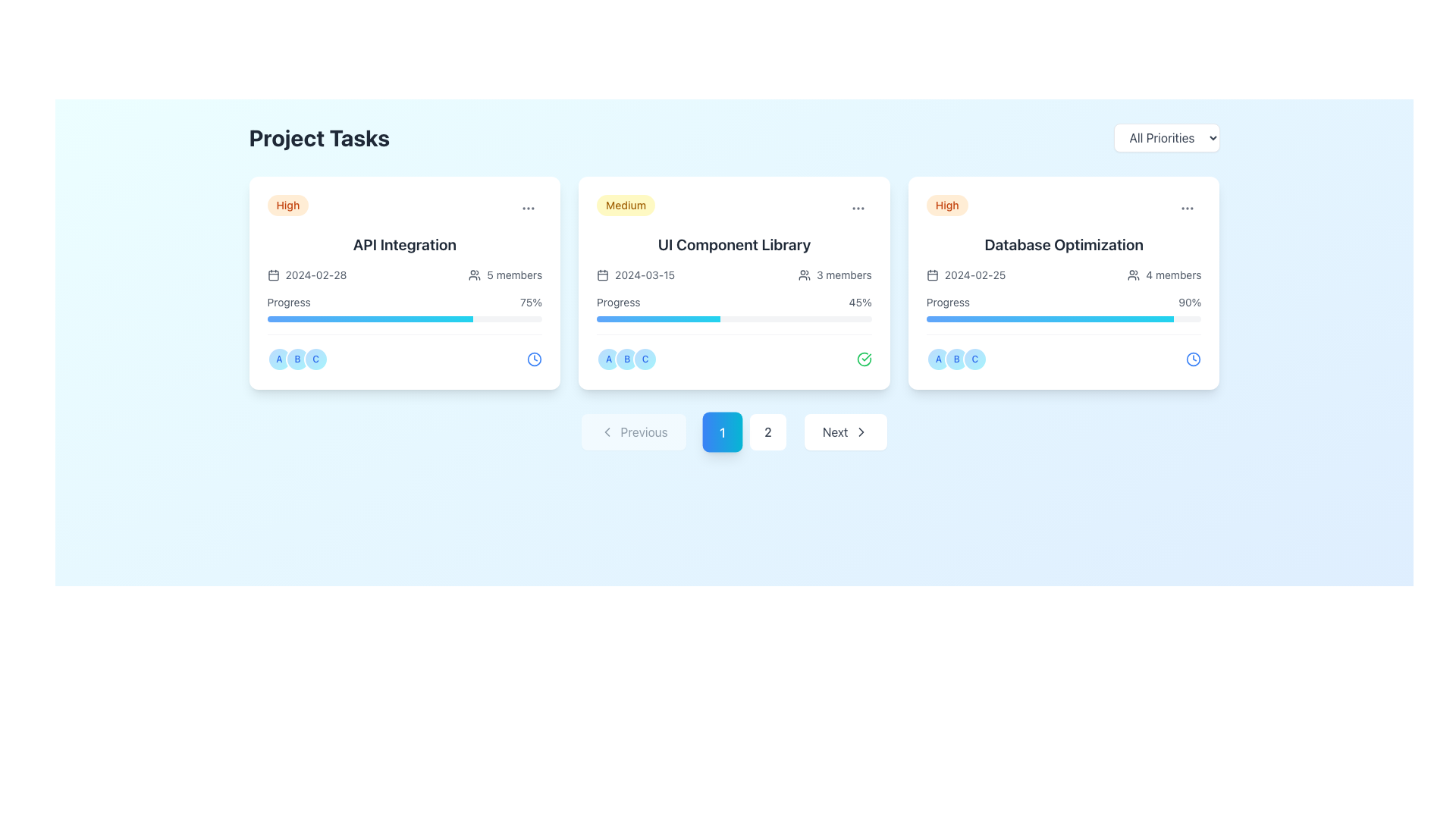 The width and height of the screenshot is (1456, 819). I want to click on the blue gradient progress bar segment within the 'Database Optimization' card, which is characterized by rounded edges and transitions from blue to cyan, so click(1050, 318).